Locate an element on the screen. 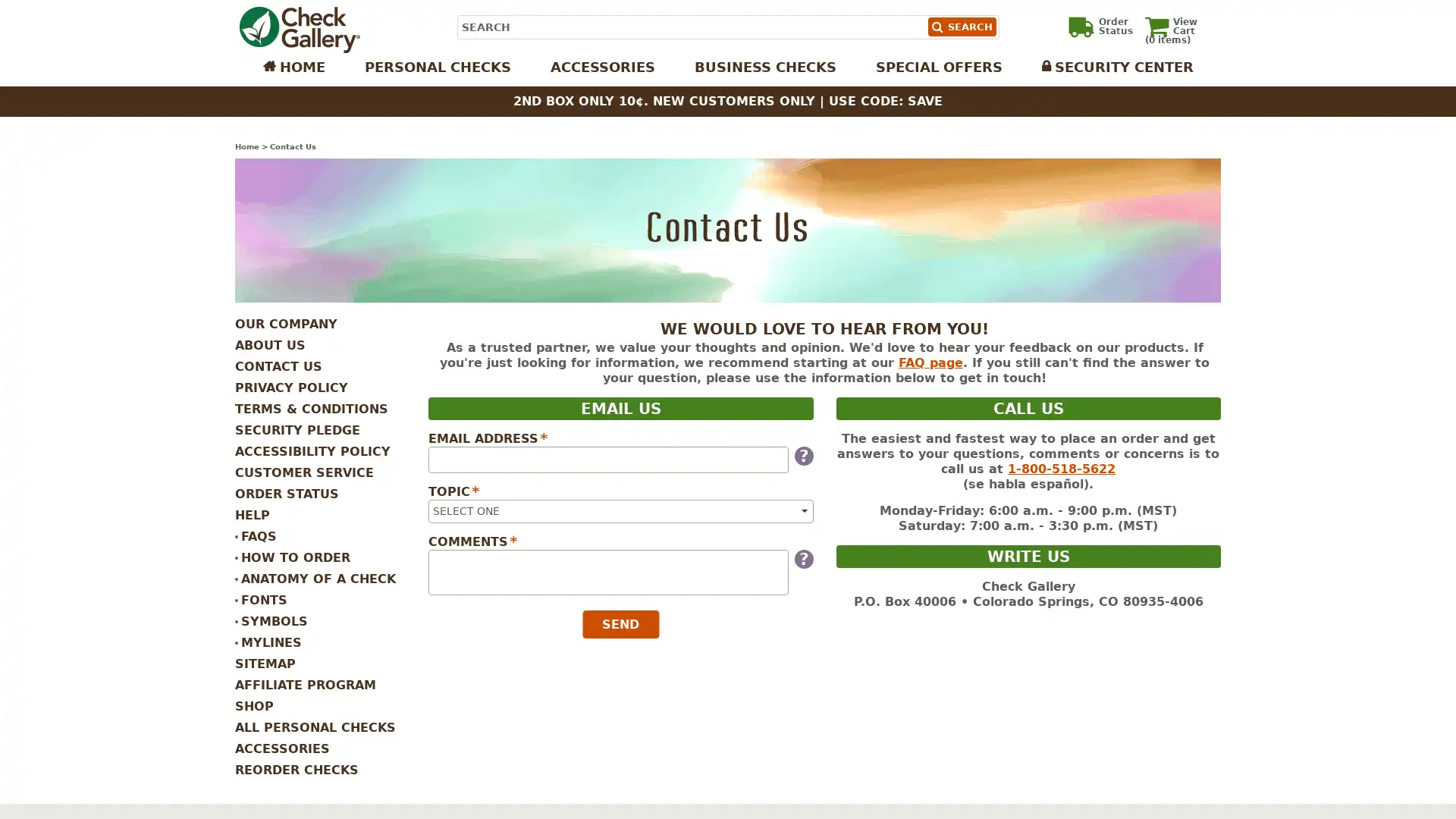 This screenshot has height=819, width=1456. SEND is located at coordinates (620, 623).